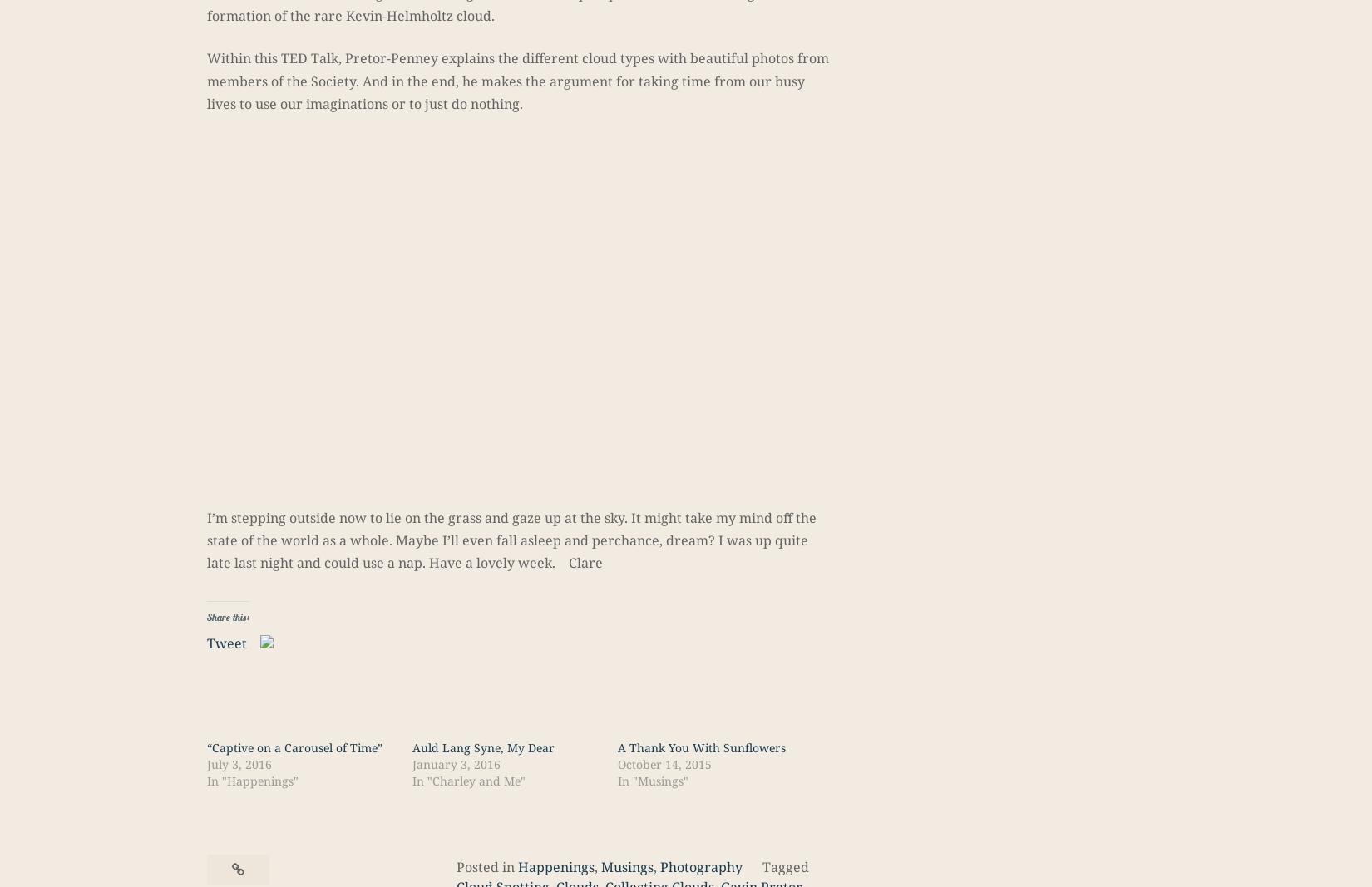 This screenshot has width=1372, height=887. Describe the element at coordinates (554, 866) in the screenshot. I see `'Happenings'` at that location.